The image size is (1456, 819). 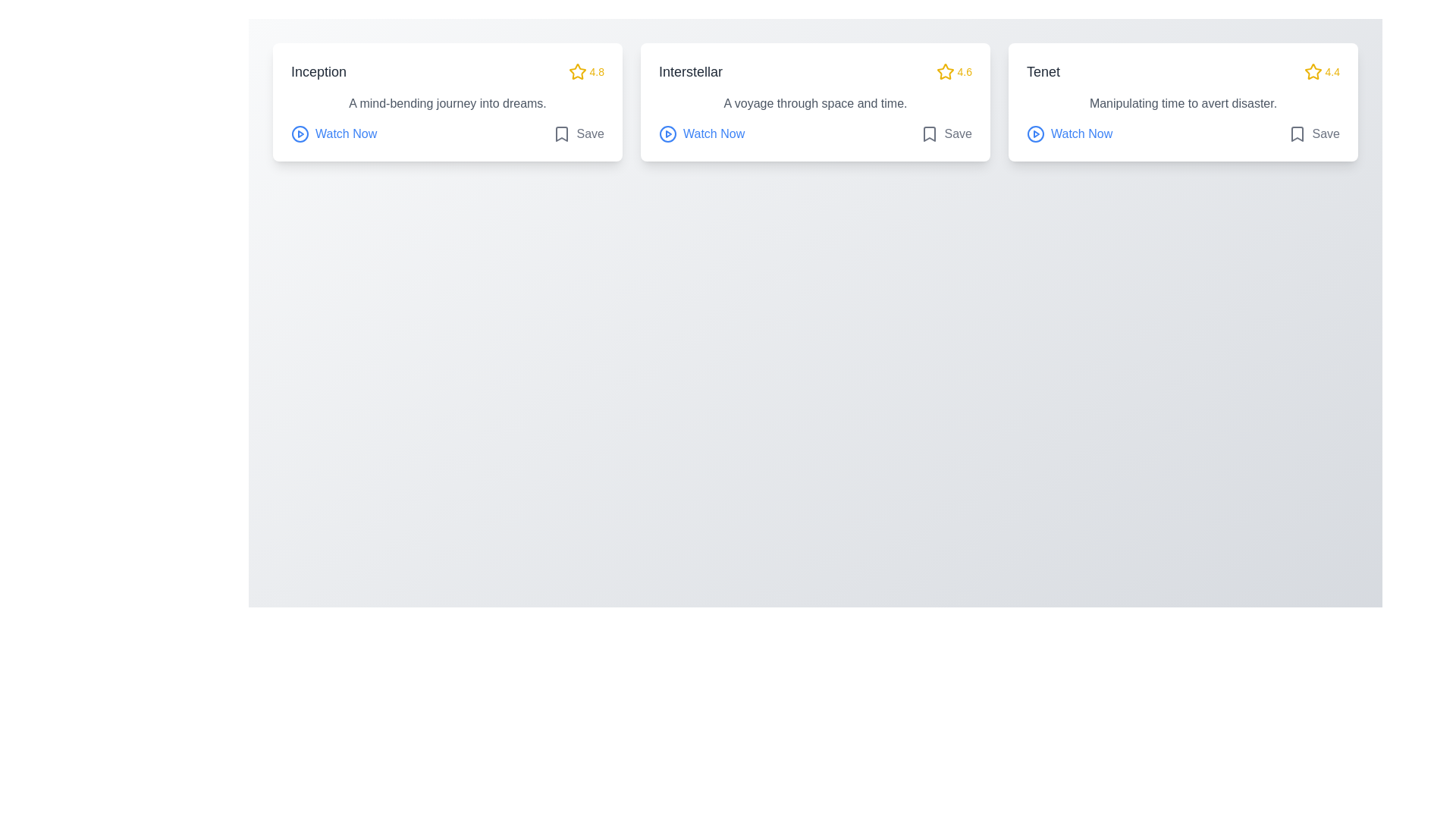 I want to click on the 'Watch Now' button with blue text and a play icon, located below the title 'Interstellar' in the second card, to change its color from blue-500 to blue-700, so click(x=701, y=133).